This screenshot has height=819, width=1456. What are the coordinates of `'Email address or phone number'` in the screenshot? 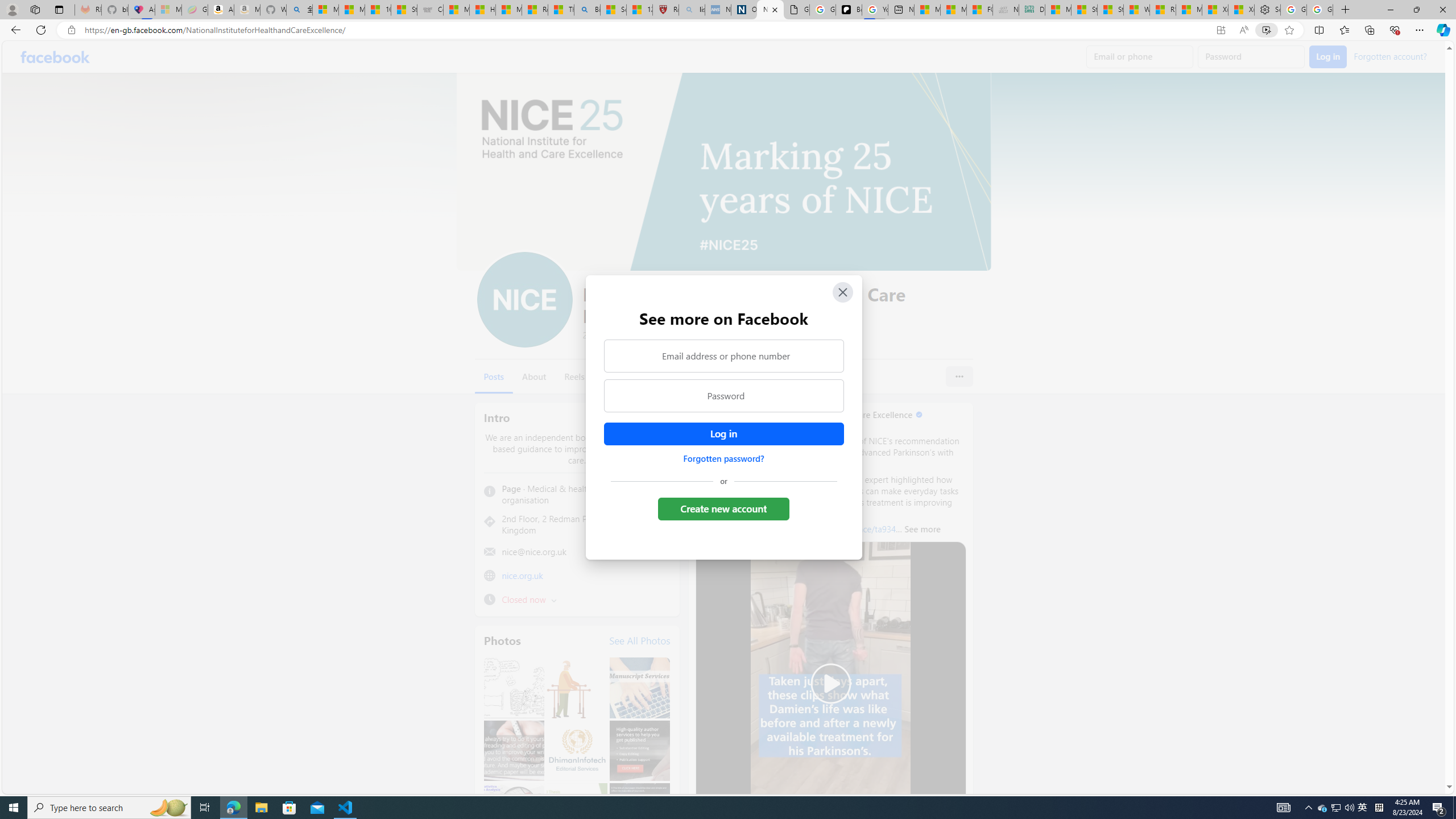 It's located at (723, 355).